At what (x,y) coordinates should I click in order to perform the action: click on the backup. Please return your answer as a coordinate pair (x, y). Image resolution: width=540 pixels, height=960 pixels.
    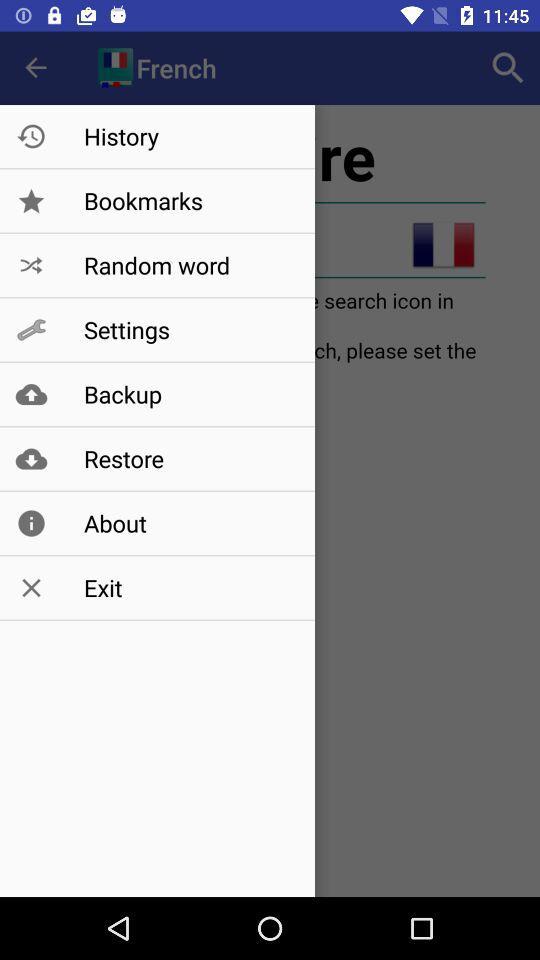
    Looking at the image, I should click on (189, 393).